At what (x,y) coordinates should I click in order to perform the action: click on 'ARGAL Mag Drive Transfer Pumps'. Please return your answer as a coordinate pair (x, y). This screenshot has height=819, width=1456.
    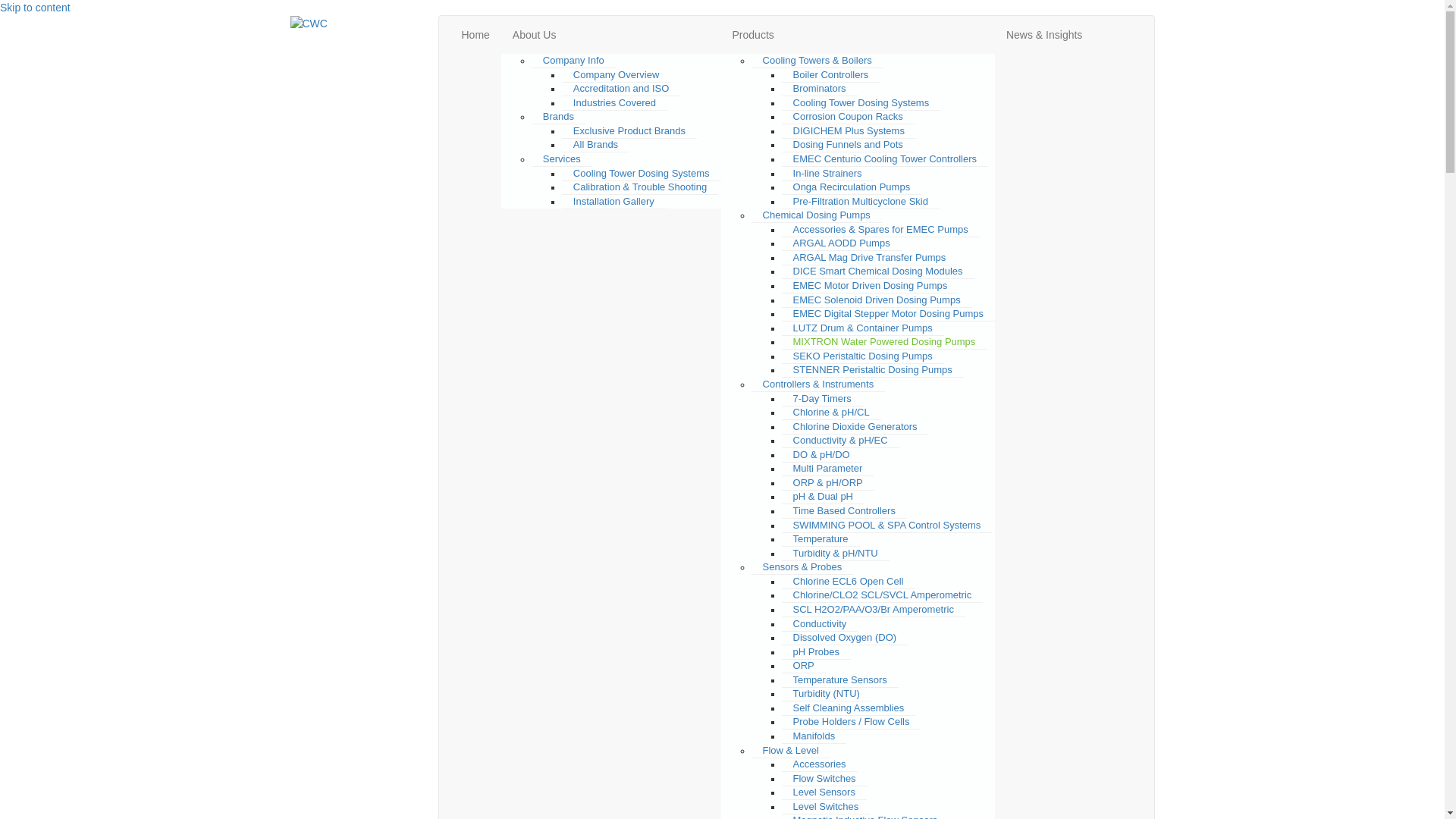
    Looking at the image, I should click on (870, 256).